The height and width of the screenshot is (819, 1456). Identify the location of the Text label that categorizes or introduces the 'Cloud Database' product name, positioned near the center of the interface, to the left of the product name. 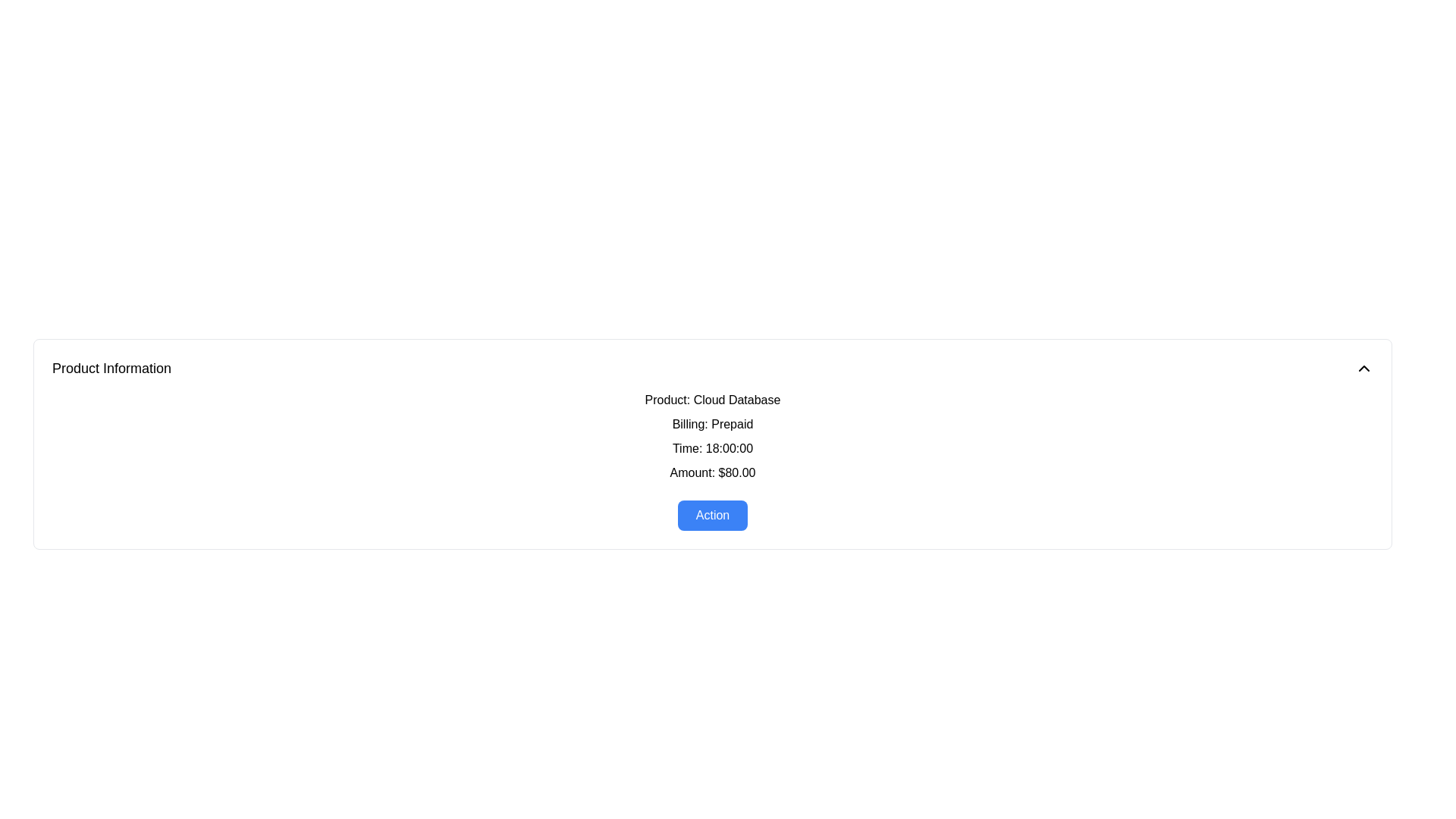
(667, 399).